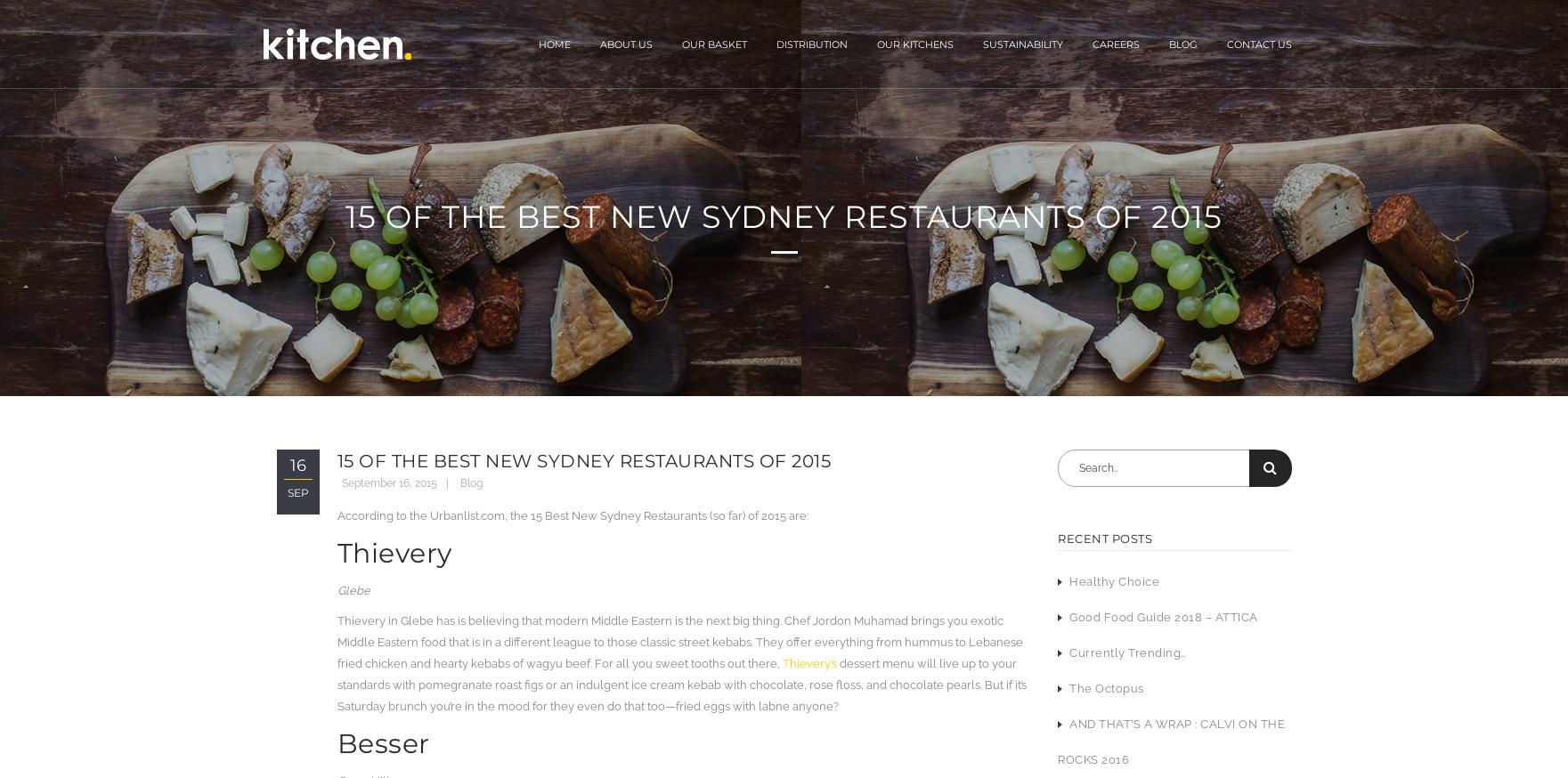 This screenshot has height=778, width=1568. Describe the element at coordinates (1104, 537) in the screenshot. I see `'Recent Posts'` at that location.